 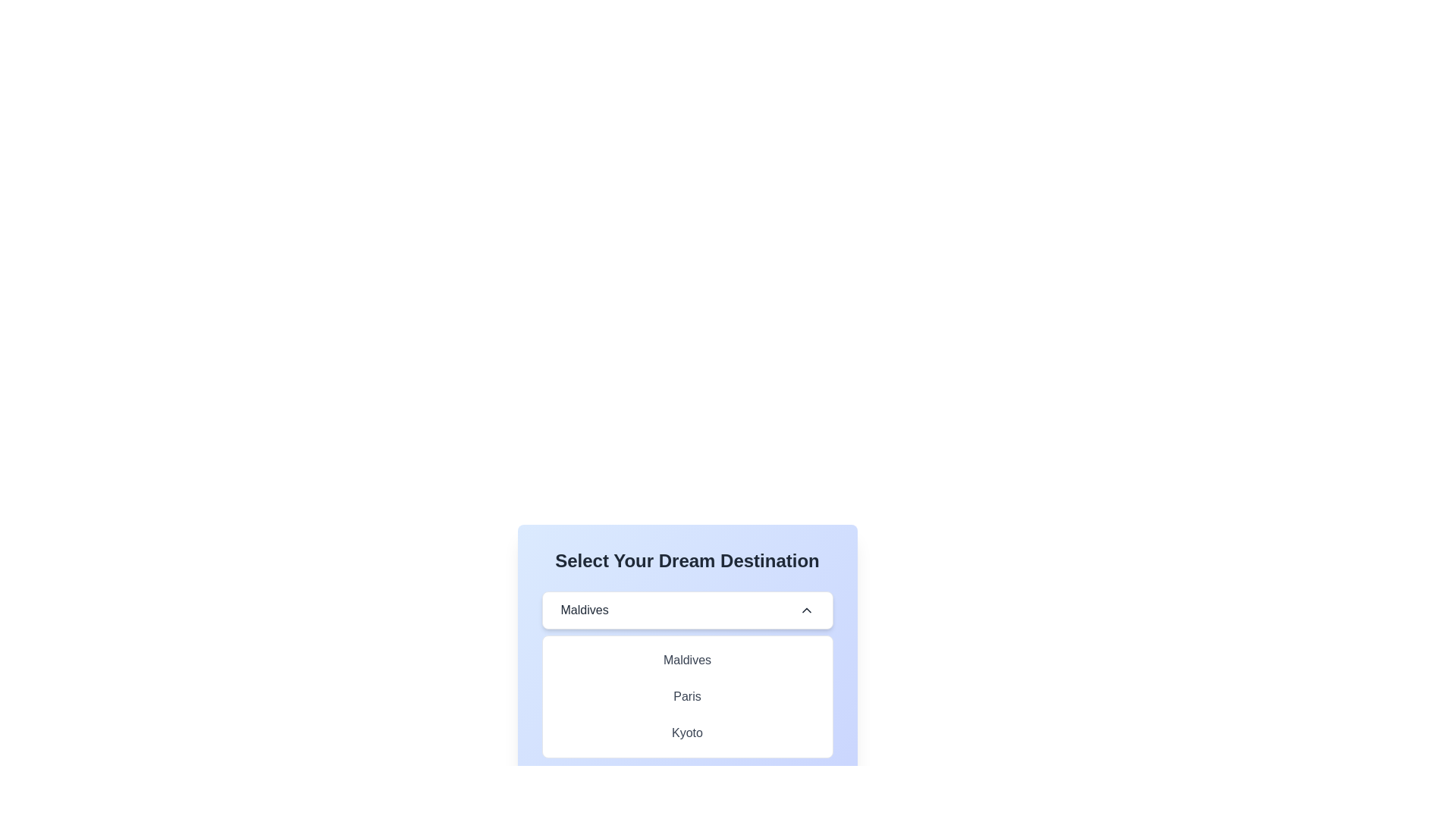 What do you see at coordinates (584, 610) in the screenshot?
I see `the text label displaying 'Maldives' within the dropdown selection box, positioned below the label 'Select Your Dream Destination'` at bounding box center [584, 610].